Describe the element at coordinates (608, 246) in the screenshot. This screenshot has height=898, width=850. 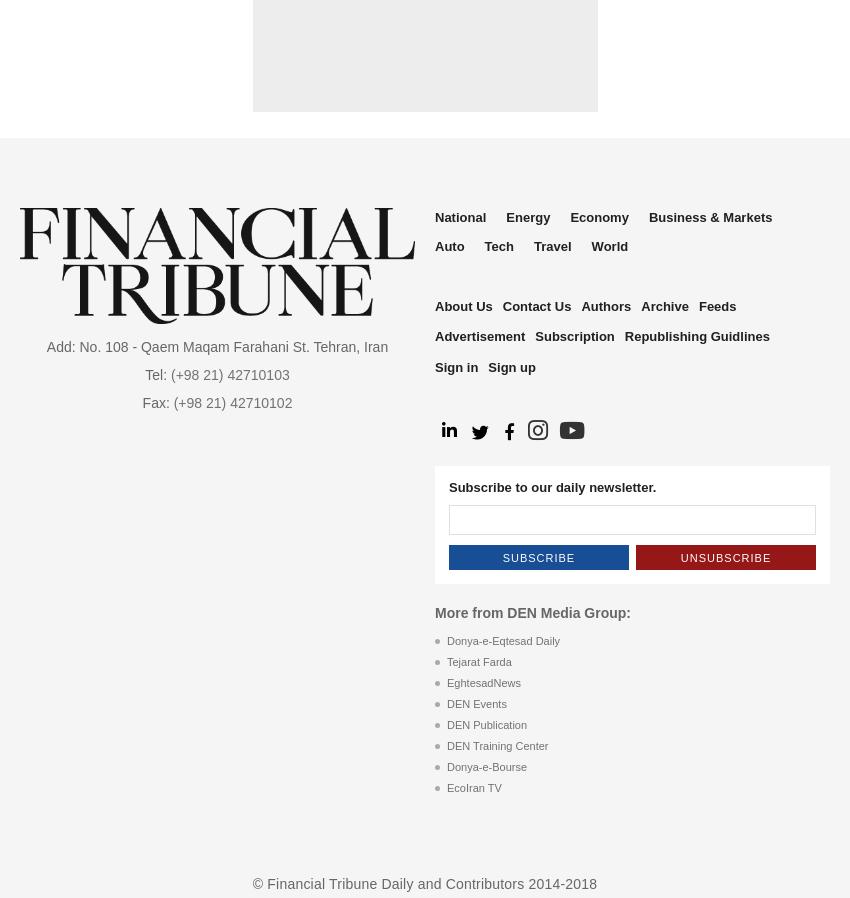
I see `'World'` at that location.